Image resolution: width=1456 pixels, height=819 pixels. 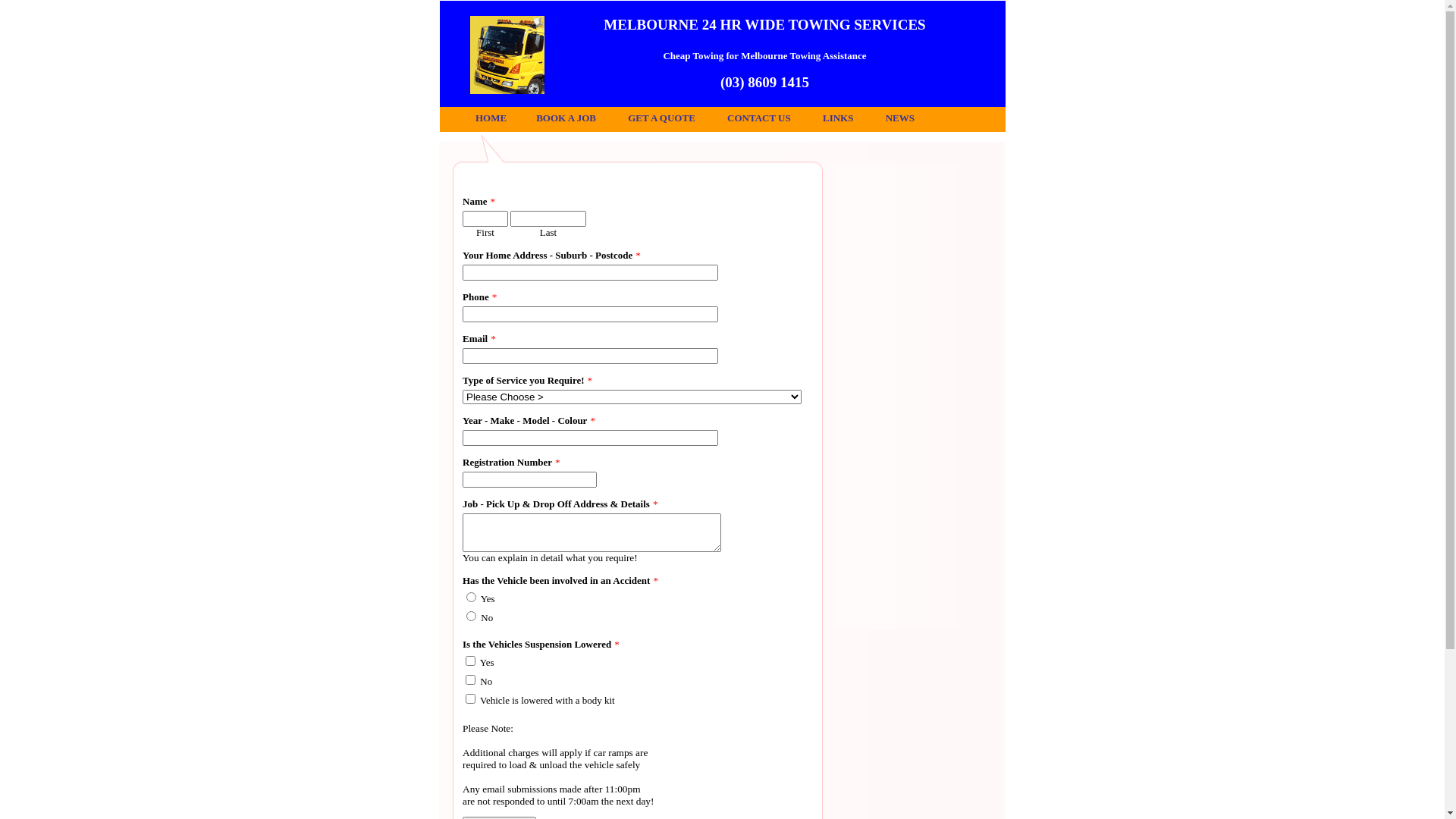 What do you see at coordinates (899, 117) in the screenshot?
I see `'NEWS'` at bounding box center [899, 117].